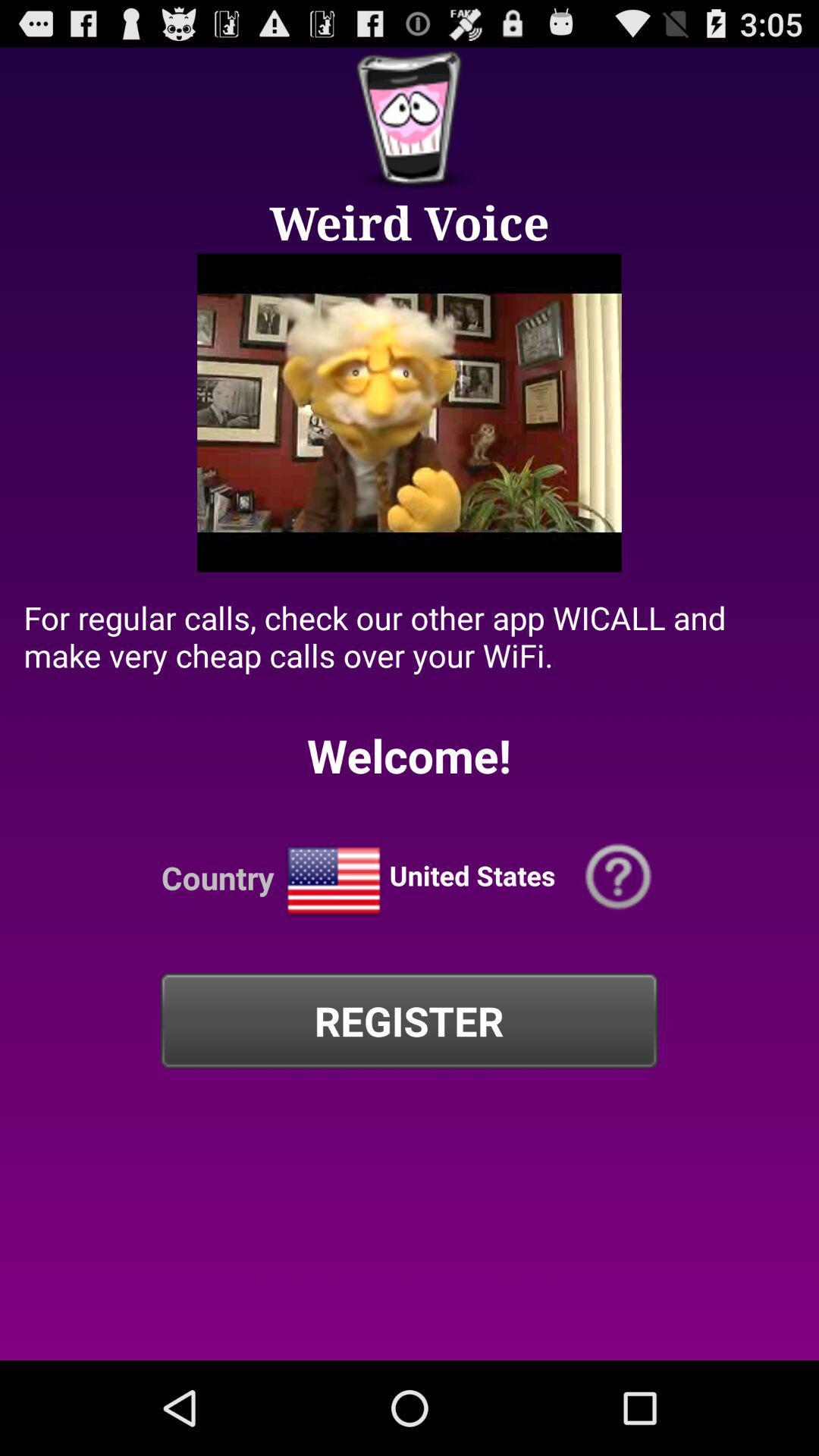 This screenshot has width=819, height=1456. Describe the element at coordinates (333, 943) in the screenshot. I see `the national_flag icon` at that location.